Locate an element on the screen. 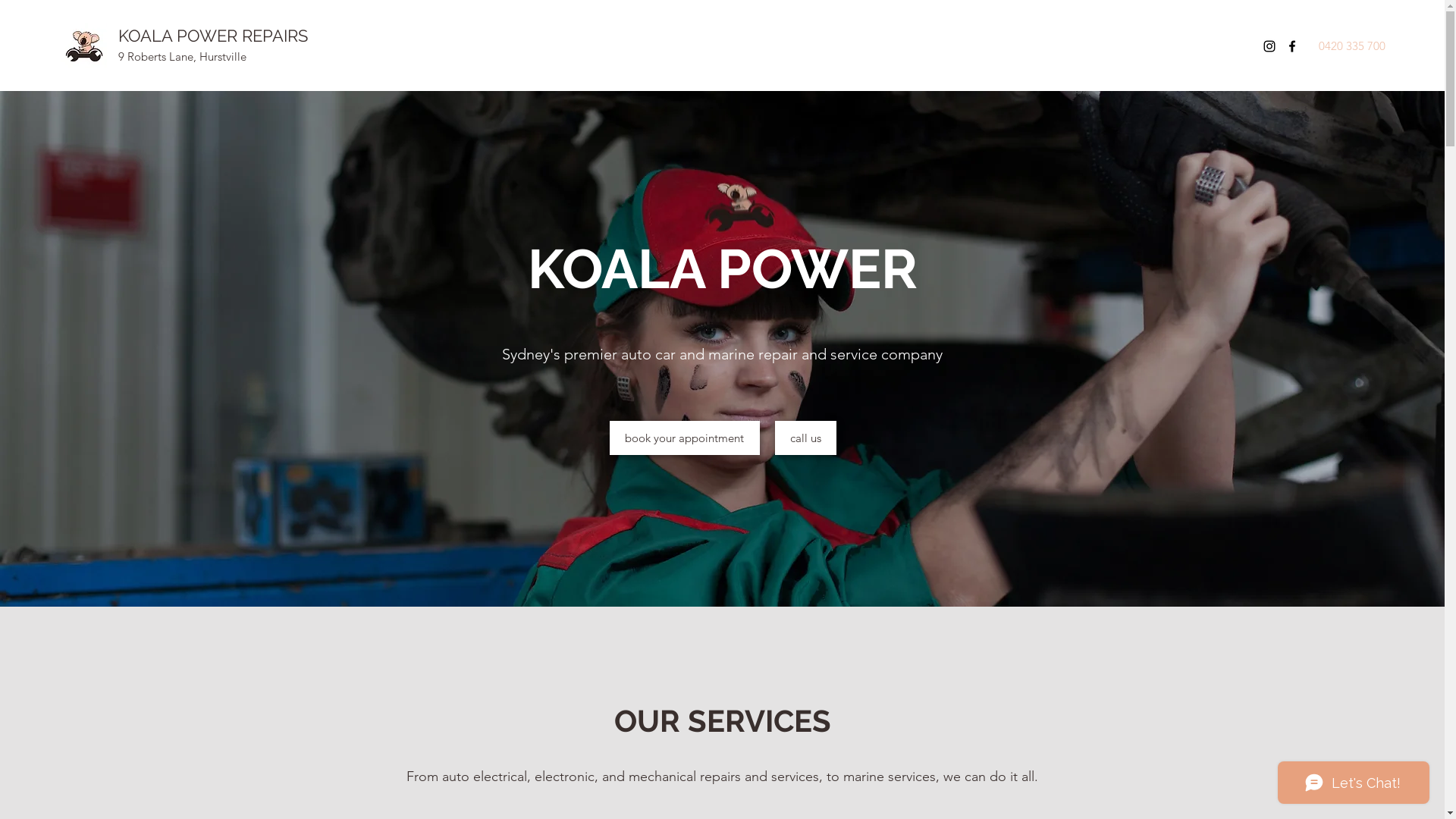 This screenshot has height=819, width=1456. 'call us' is located at coordinates (805, 438).